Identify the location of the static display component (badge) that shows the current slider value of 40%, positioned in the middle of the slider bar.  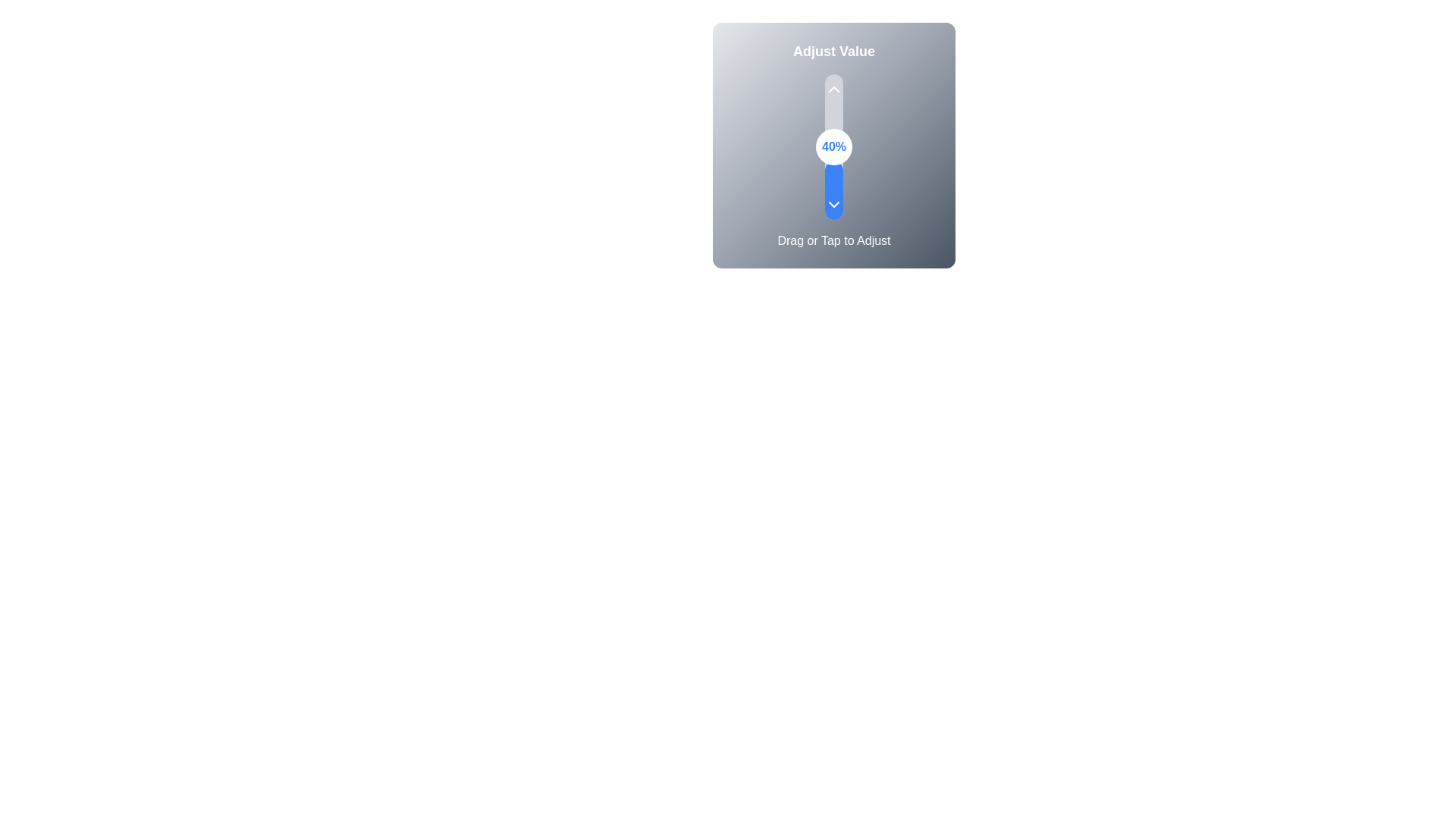
(833, 146).